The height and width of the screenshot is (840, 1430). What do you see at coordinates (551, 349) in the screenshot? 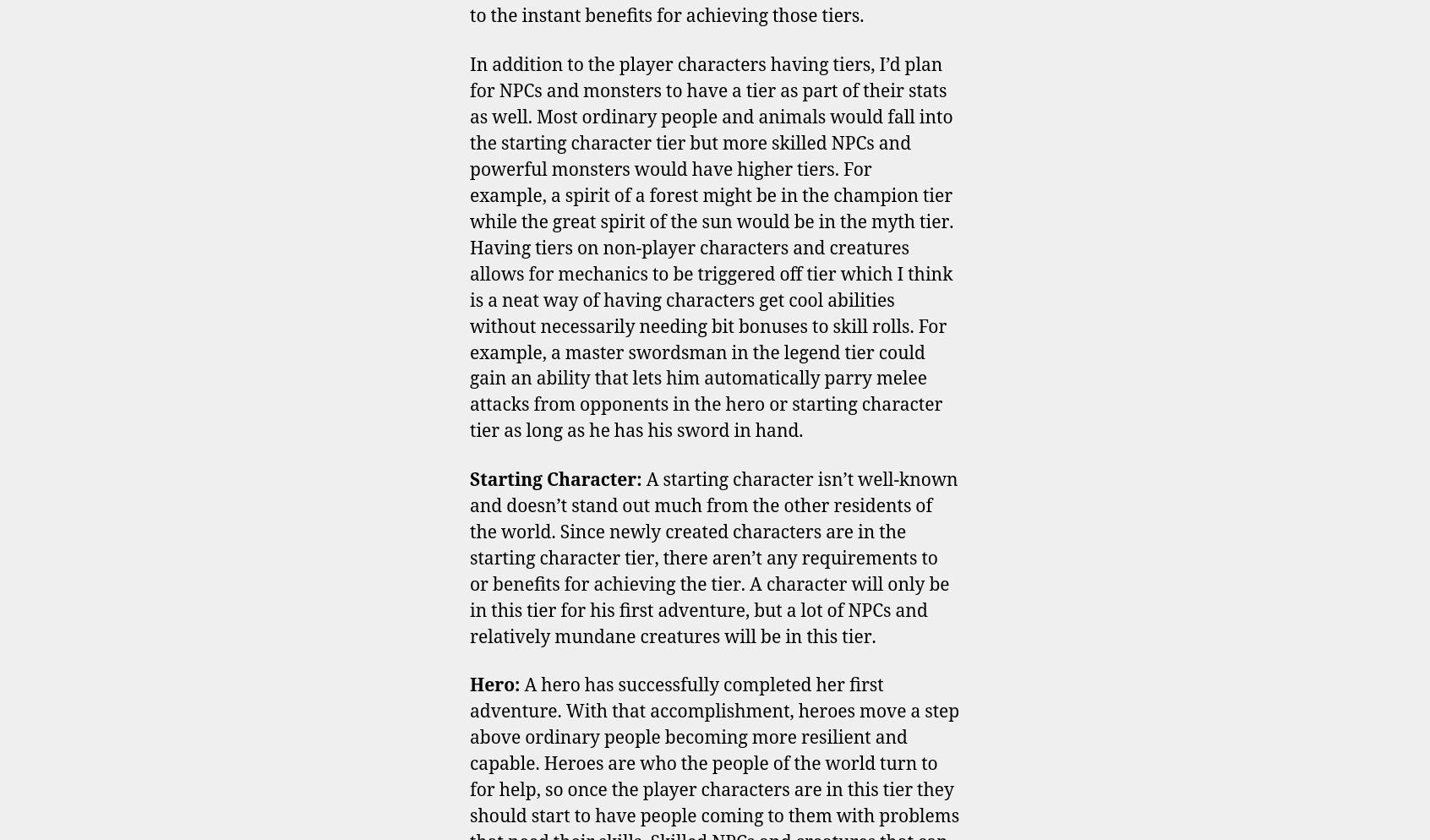
I see `'3 January 2014 at 8:36 am'` at bounding box center [551, 349].